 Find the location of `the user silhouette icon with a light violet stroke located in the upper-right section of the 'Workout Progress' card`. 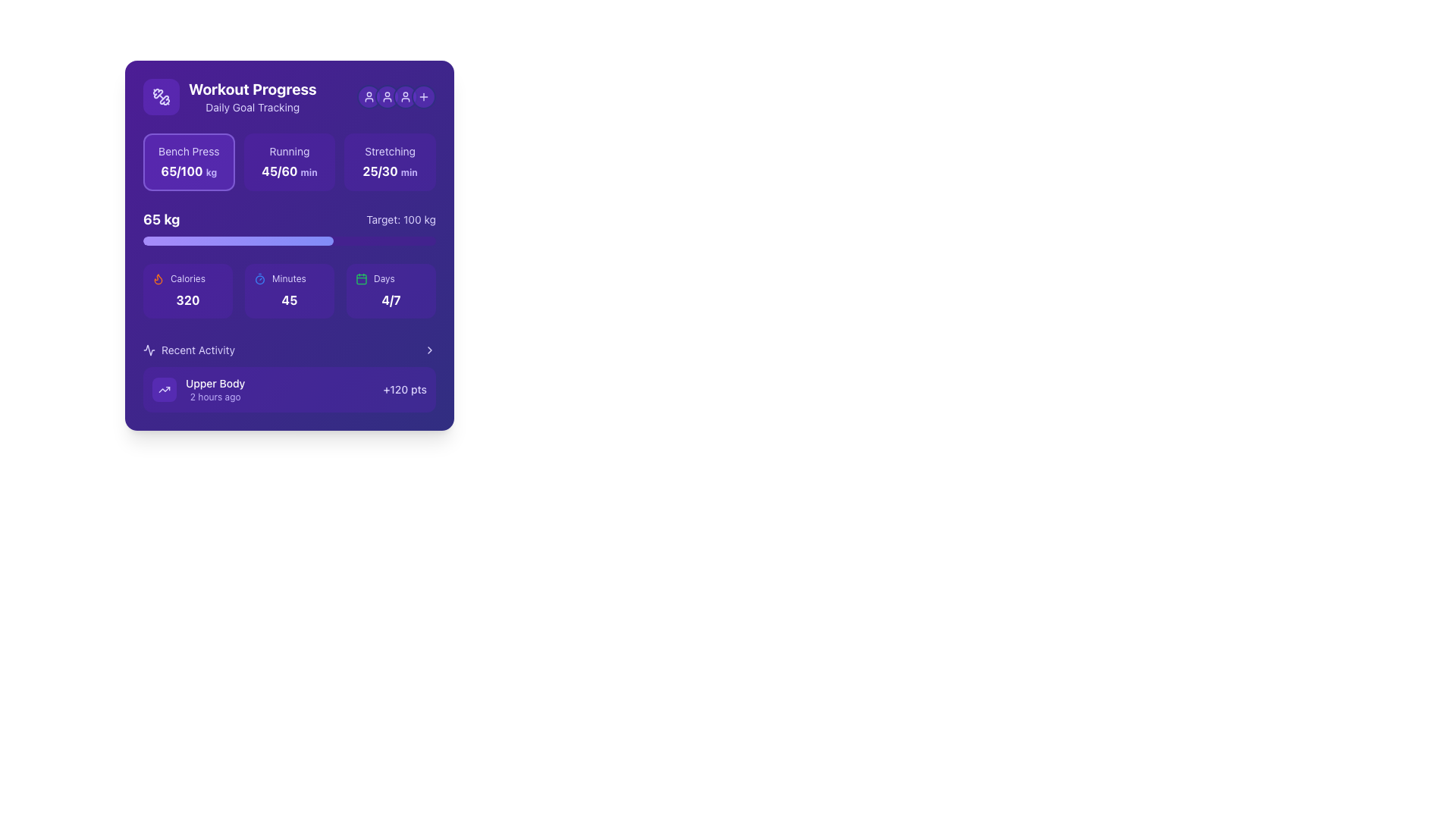

the user silhouette icon with a light violet stroke located in the upper-right section of the 'Workout Progress' card is located at coordinates (369, 96).